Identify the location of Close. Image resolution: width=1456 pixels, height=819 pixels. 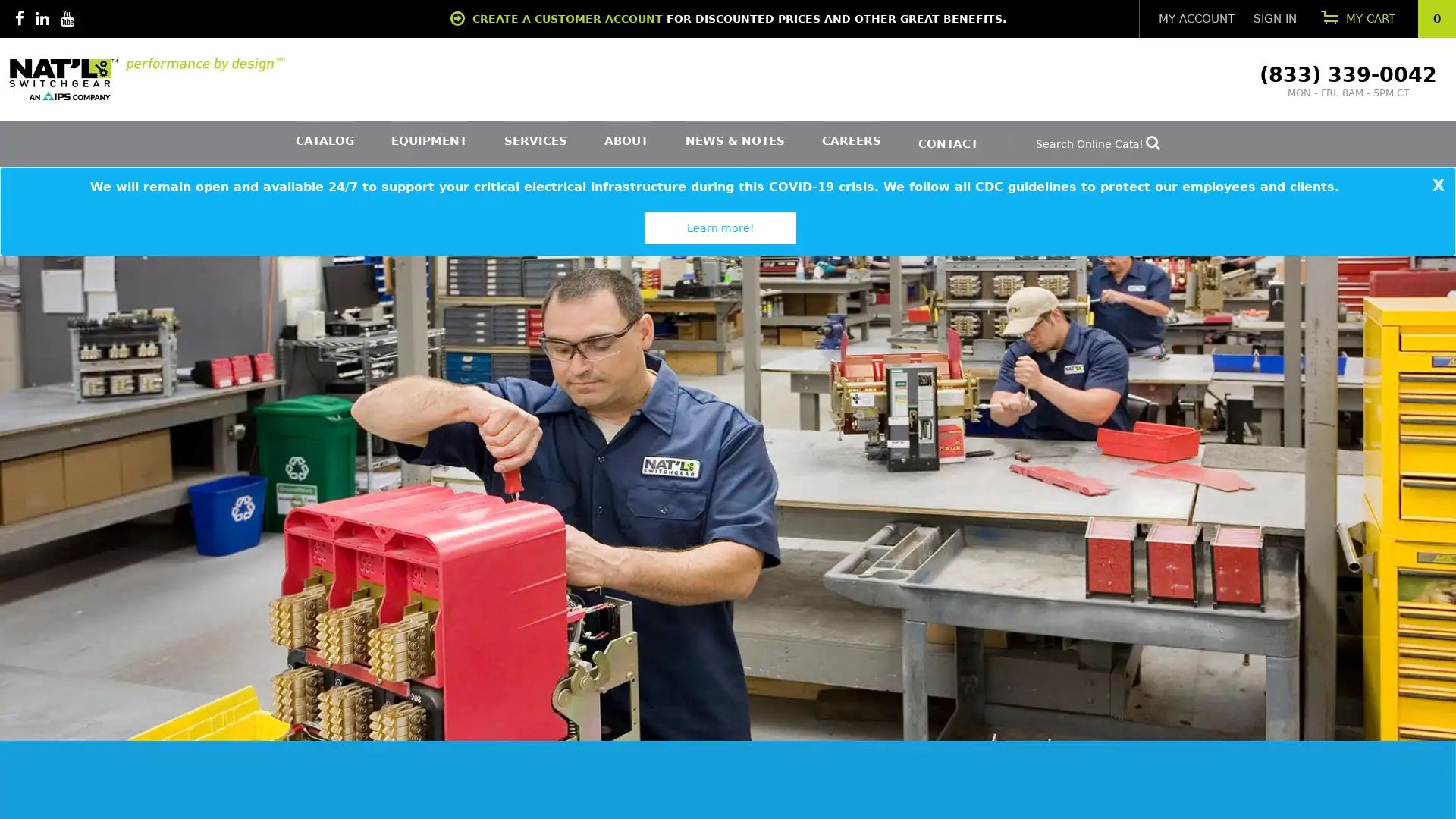
(1439, 184).